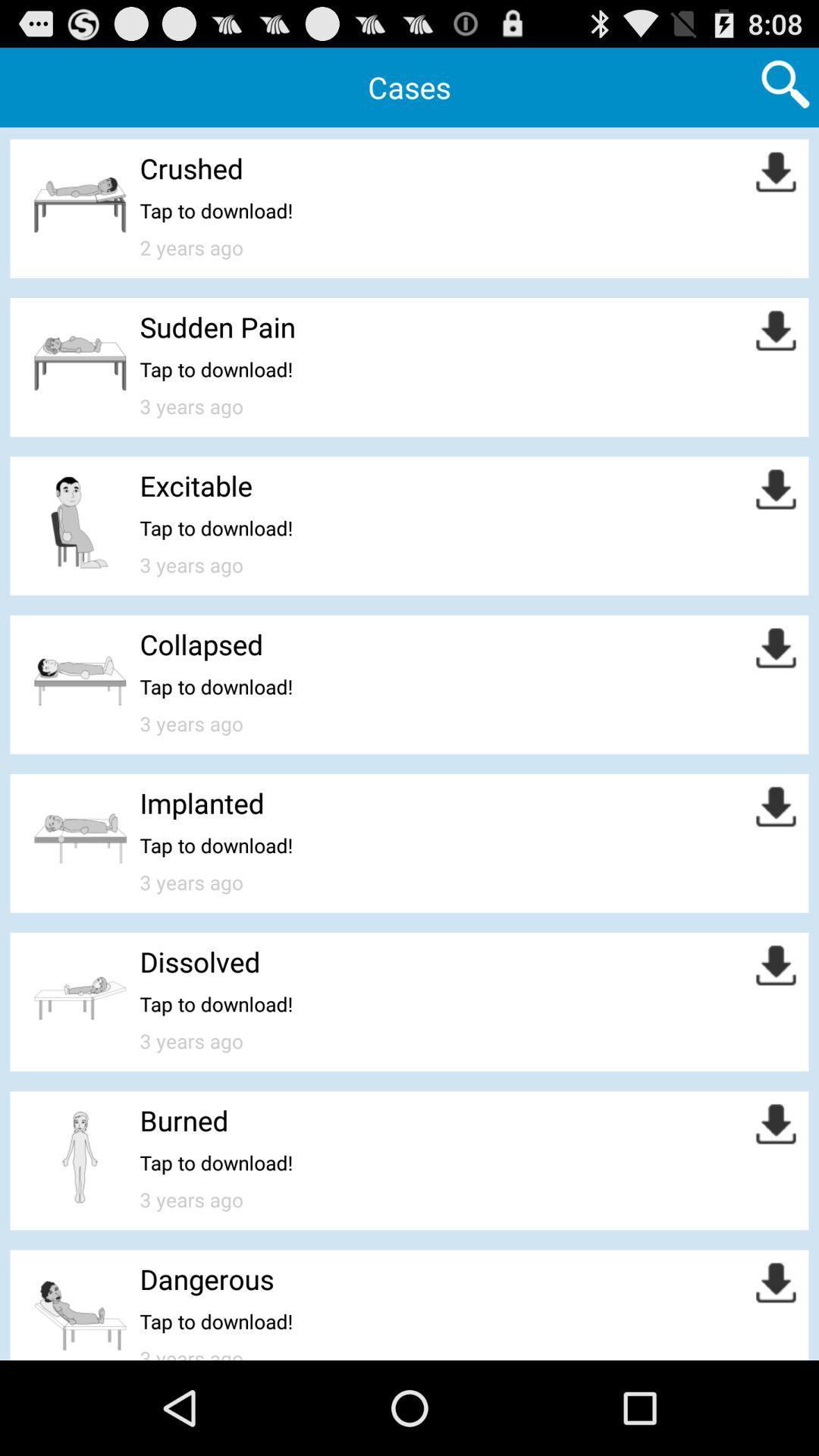  I want to click on item above the tap to download! icon, so click(218, 326).